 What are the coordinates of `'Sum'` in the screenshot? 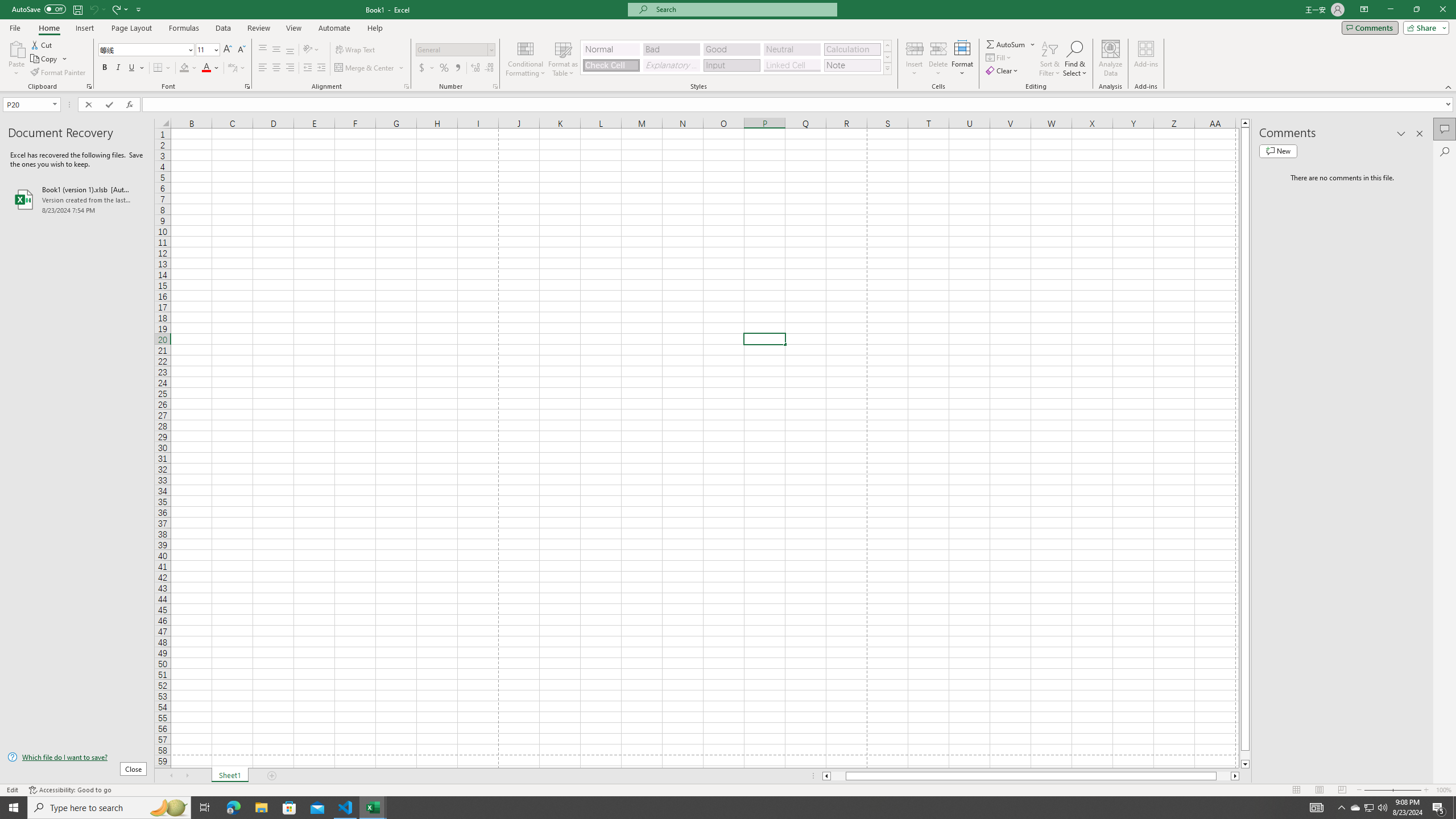 It's located at (1006, 44).